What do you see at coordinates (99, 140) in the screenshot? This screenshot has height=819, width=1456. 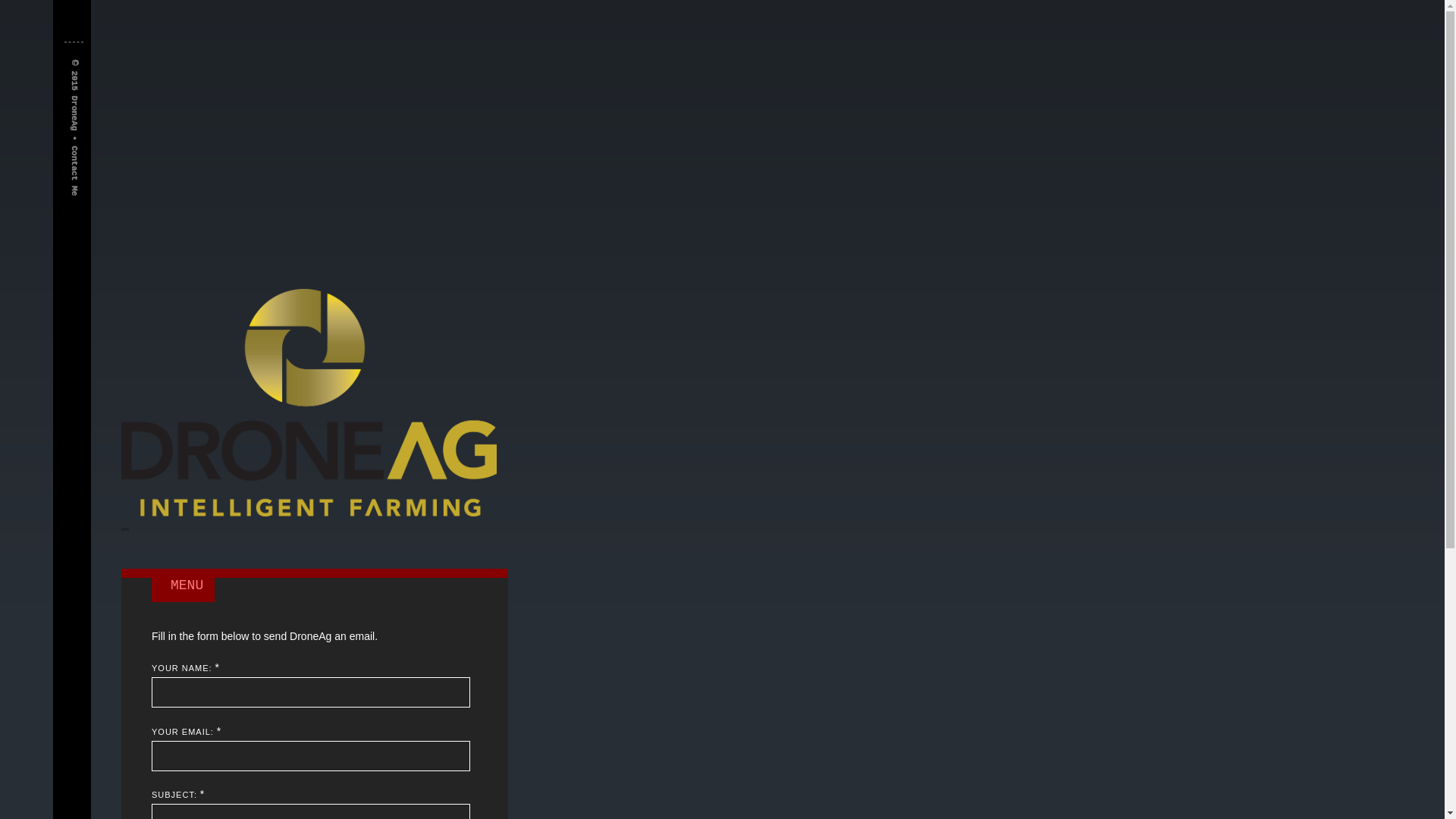 I see `'Contact Me'` at bounding box center [99, 140].